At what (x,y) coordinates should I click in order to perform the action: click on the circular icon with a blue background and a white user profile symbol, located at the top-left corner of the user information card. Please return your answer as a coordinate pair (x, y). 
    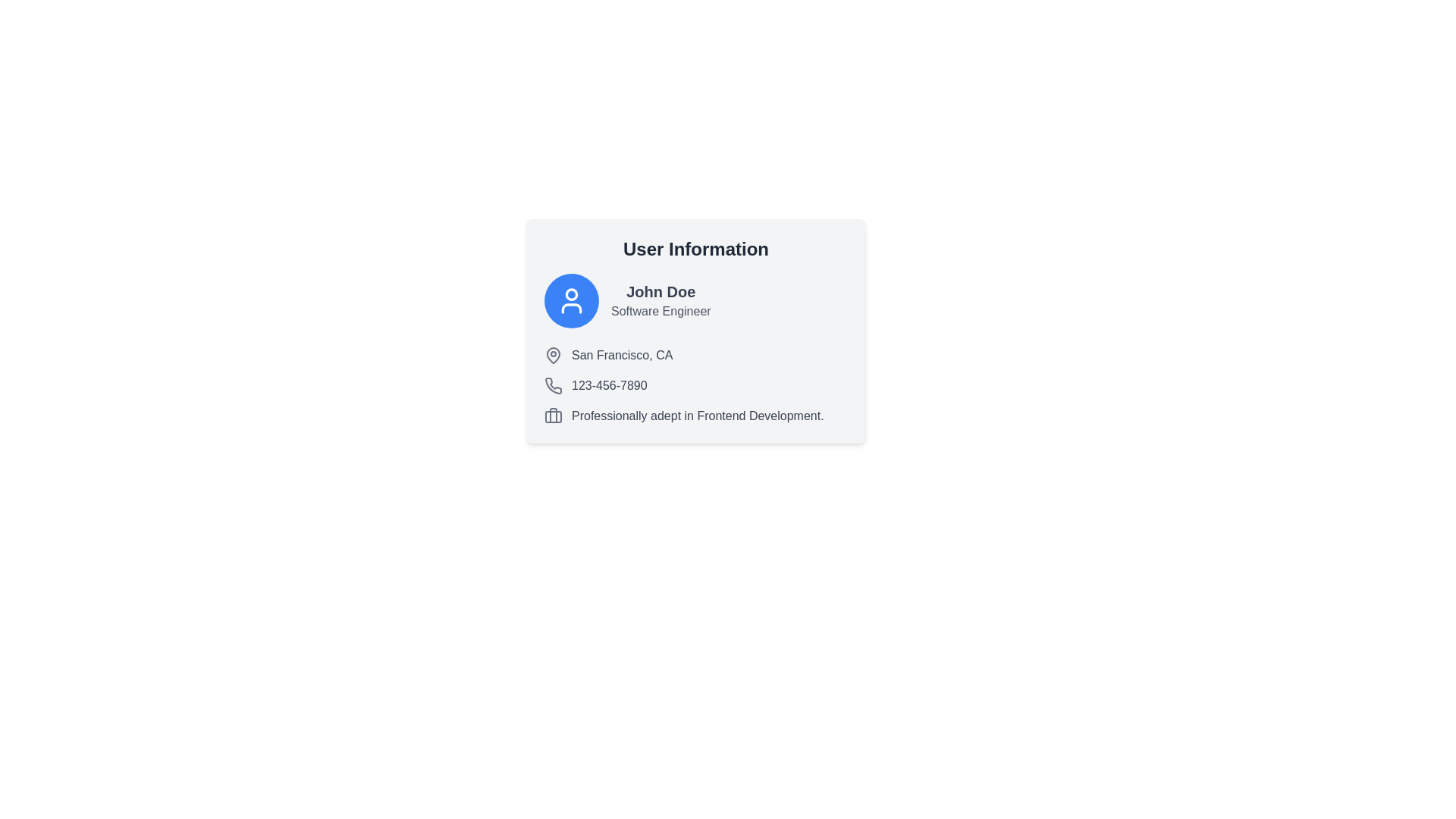
    Looking at the image, I should click on (570, 301).